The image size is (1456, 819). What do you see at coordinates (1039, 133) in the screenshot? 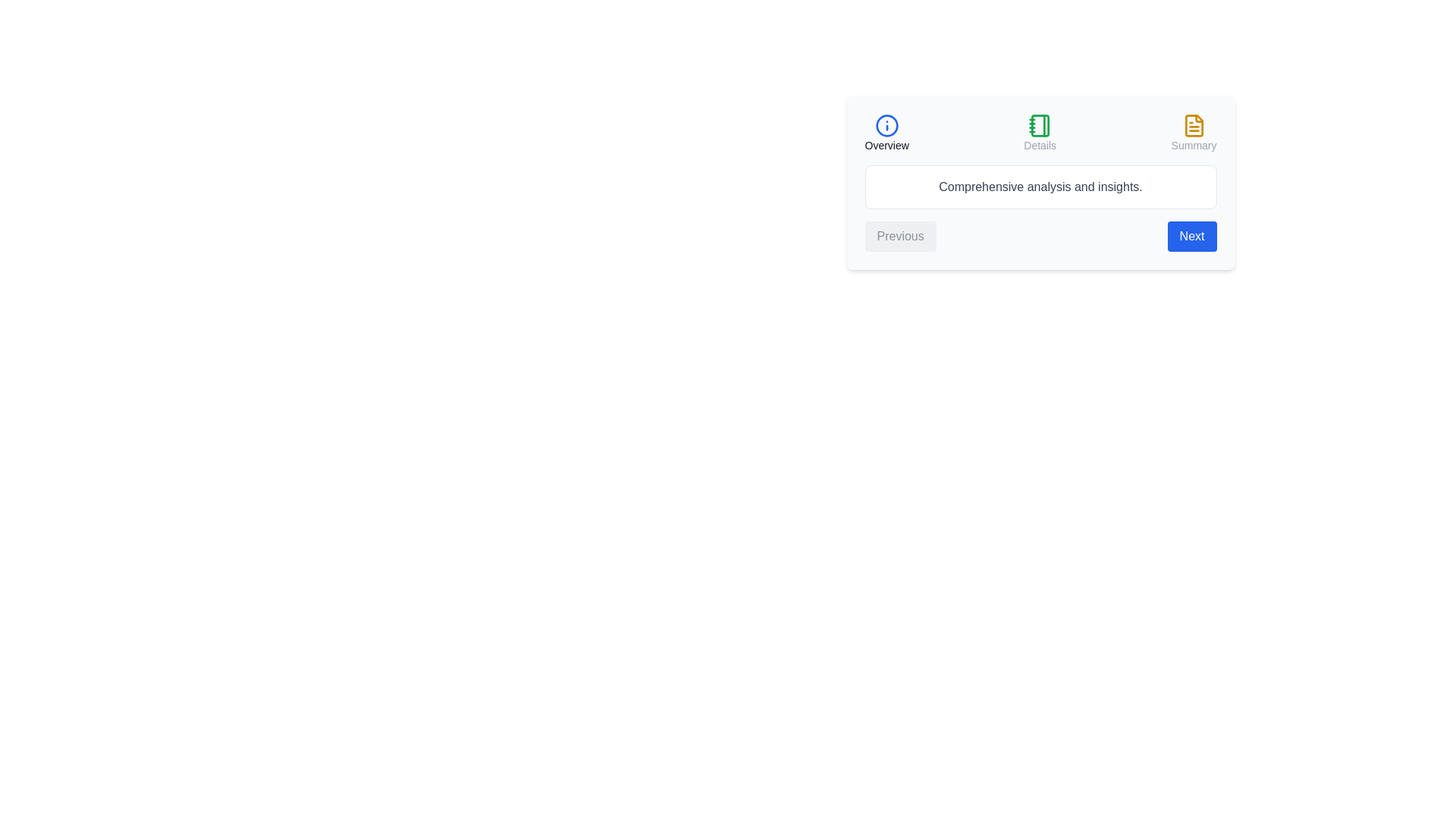
I see `the step titled Details to navigate to that step` at bounding box center [1039, 133].